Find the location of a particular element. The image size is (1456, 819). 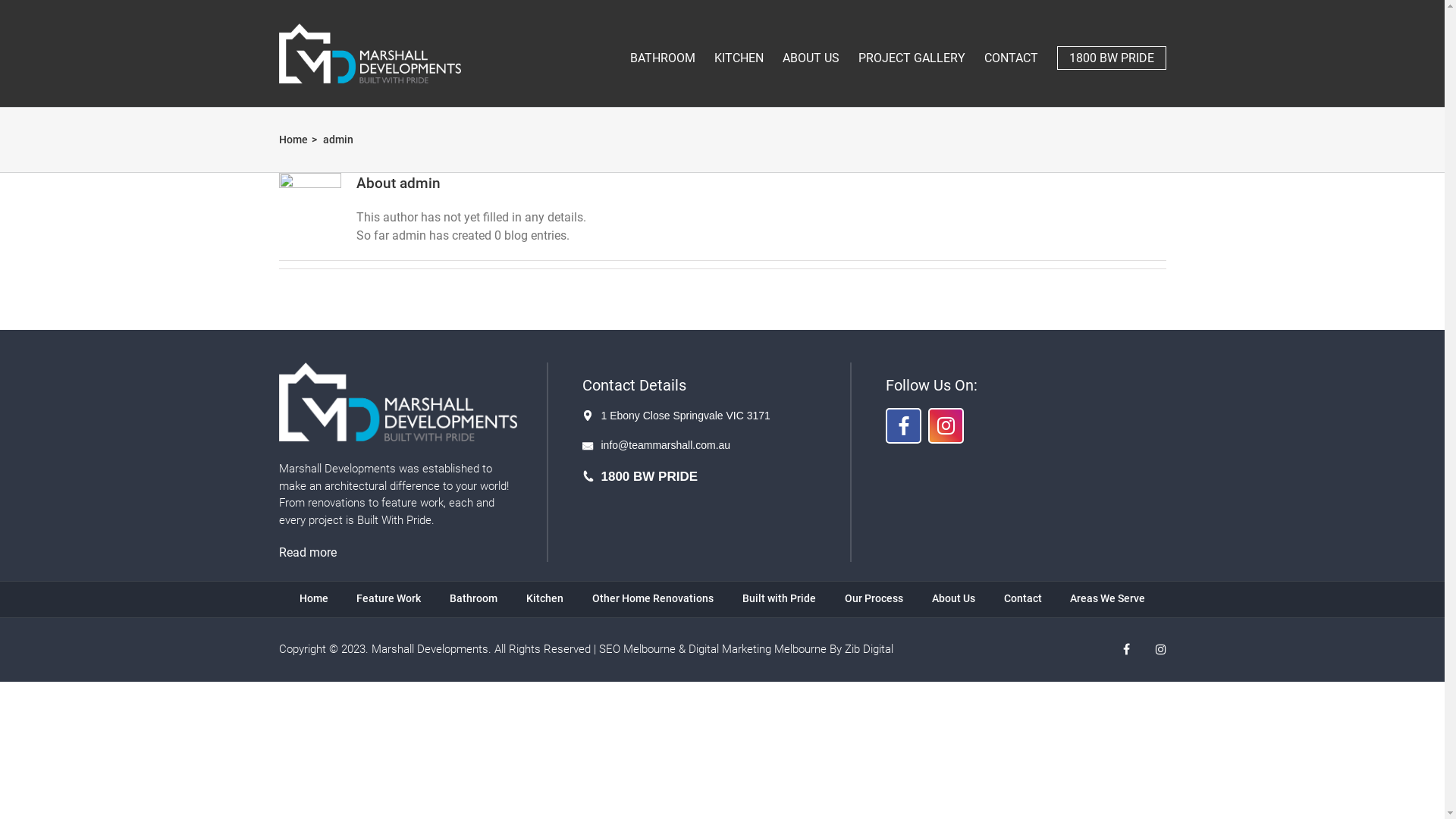

'Bathroom' is located at coordinates (472, 598).